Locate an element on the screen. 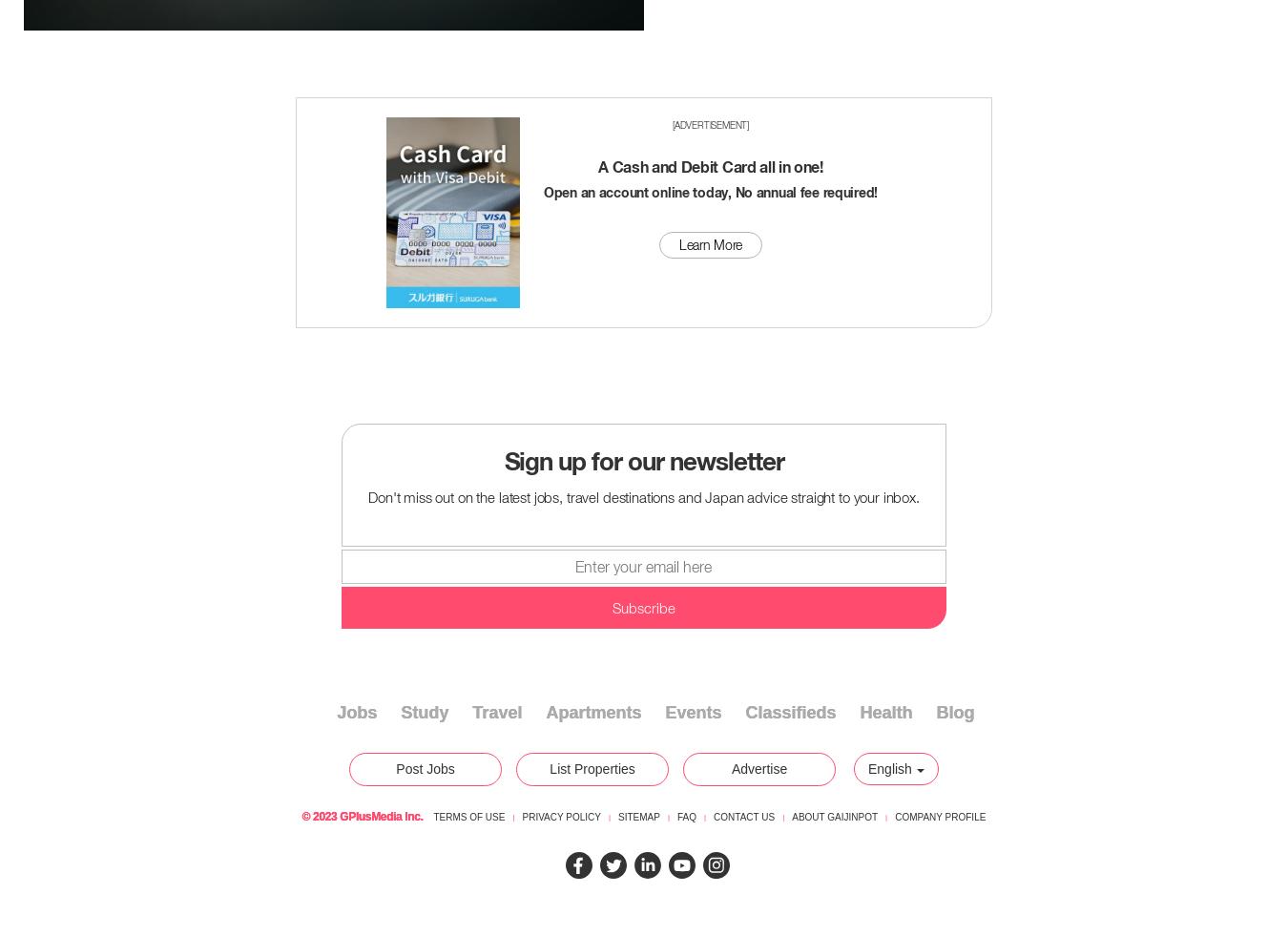 This screenshot has height=936, width=1288. 'Advertise' is located at coordinates (758, 768).